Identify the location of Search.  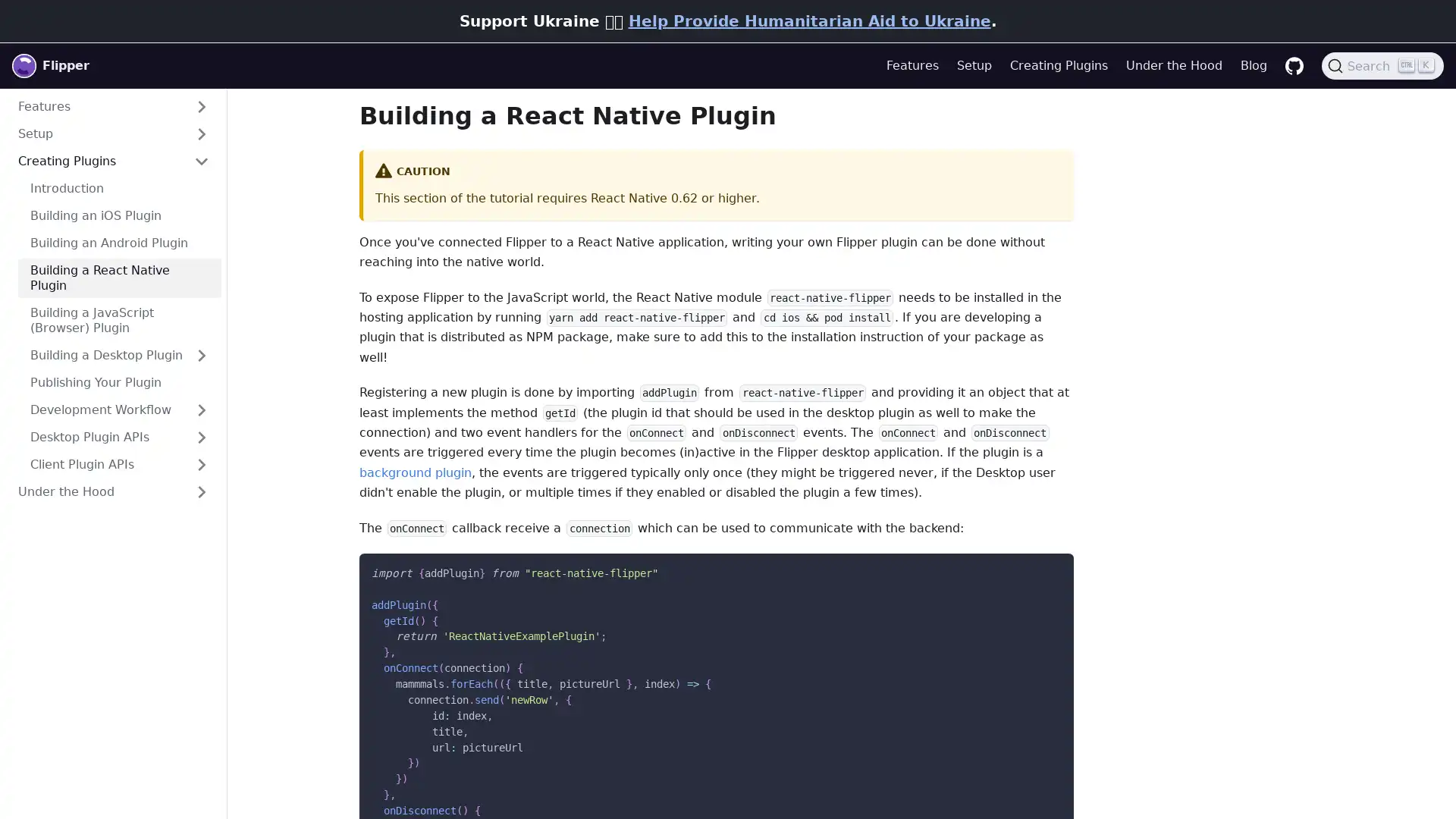
(1382, 65).